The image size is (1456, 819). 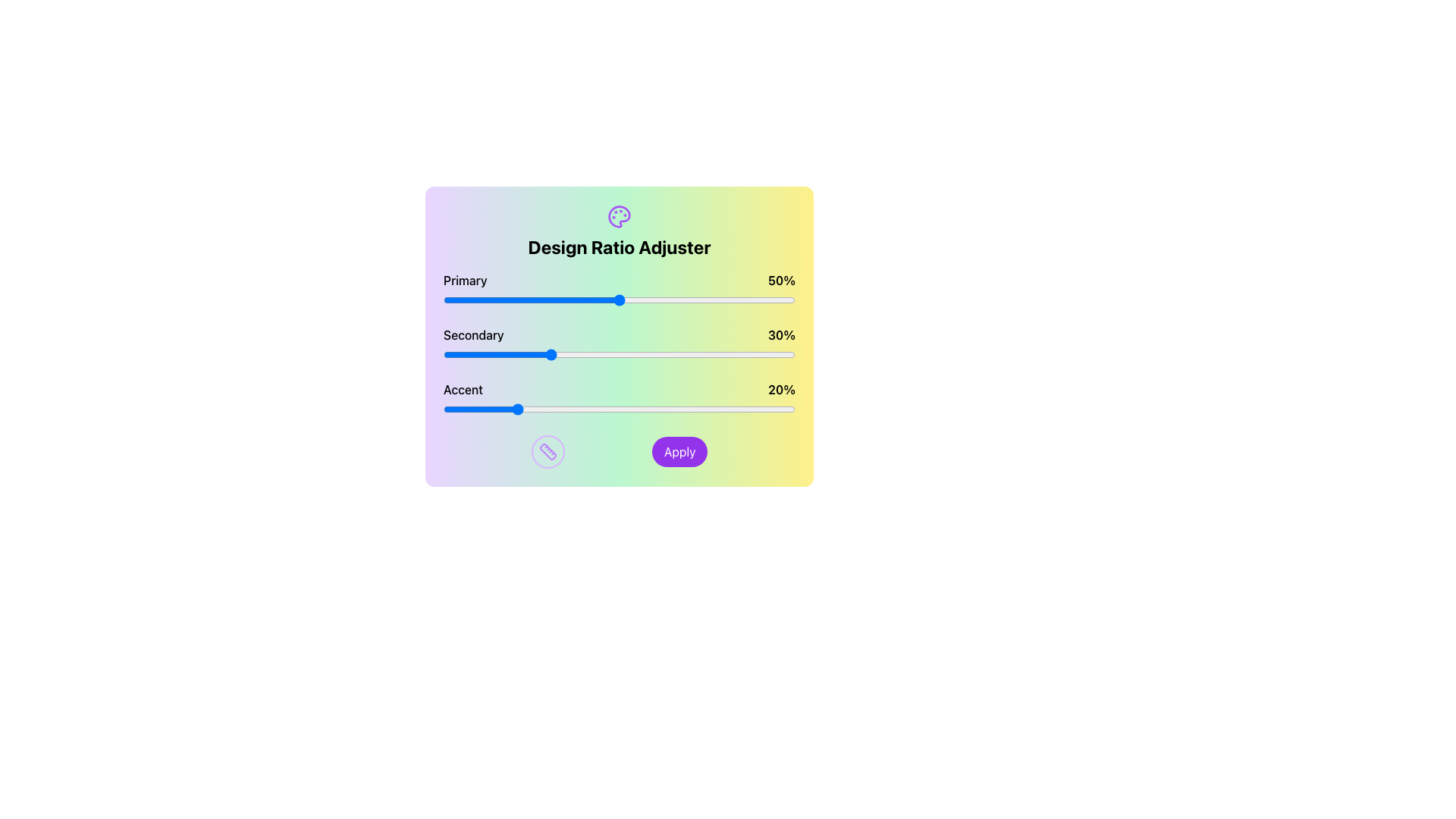 I want to click on the accent ratio slider, so click(x=757, y=409).